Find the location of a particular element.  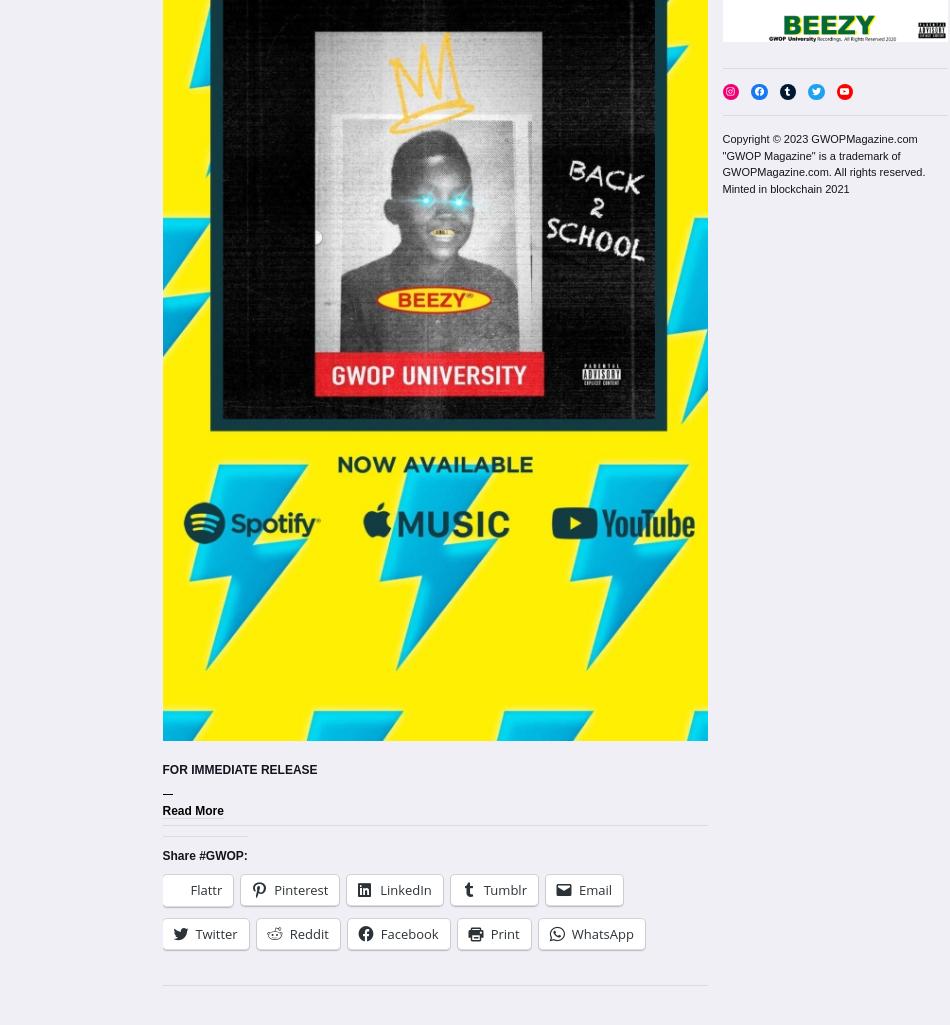

'Reddit' is located at coordinates (307, 933).